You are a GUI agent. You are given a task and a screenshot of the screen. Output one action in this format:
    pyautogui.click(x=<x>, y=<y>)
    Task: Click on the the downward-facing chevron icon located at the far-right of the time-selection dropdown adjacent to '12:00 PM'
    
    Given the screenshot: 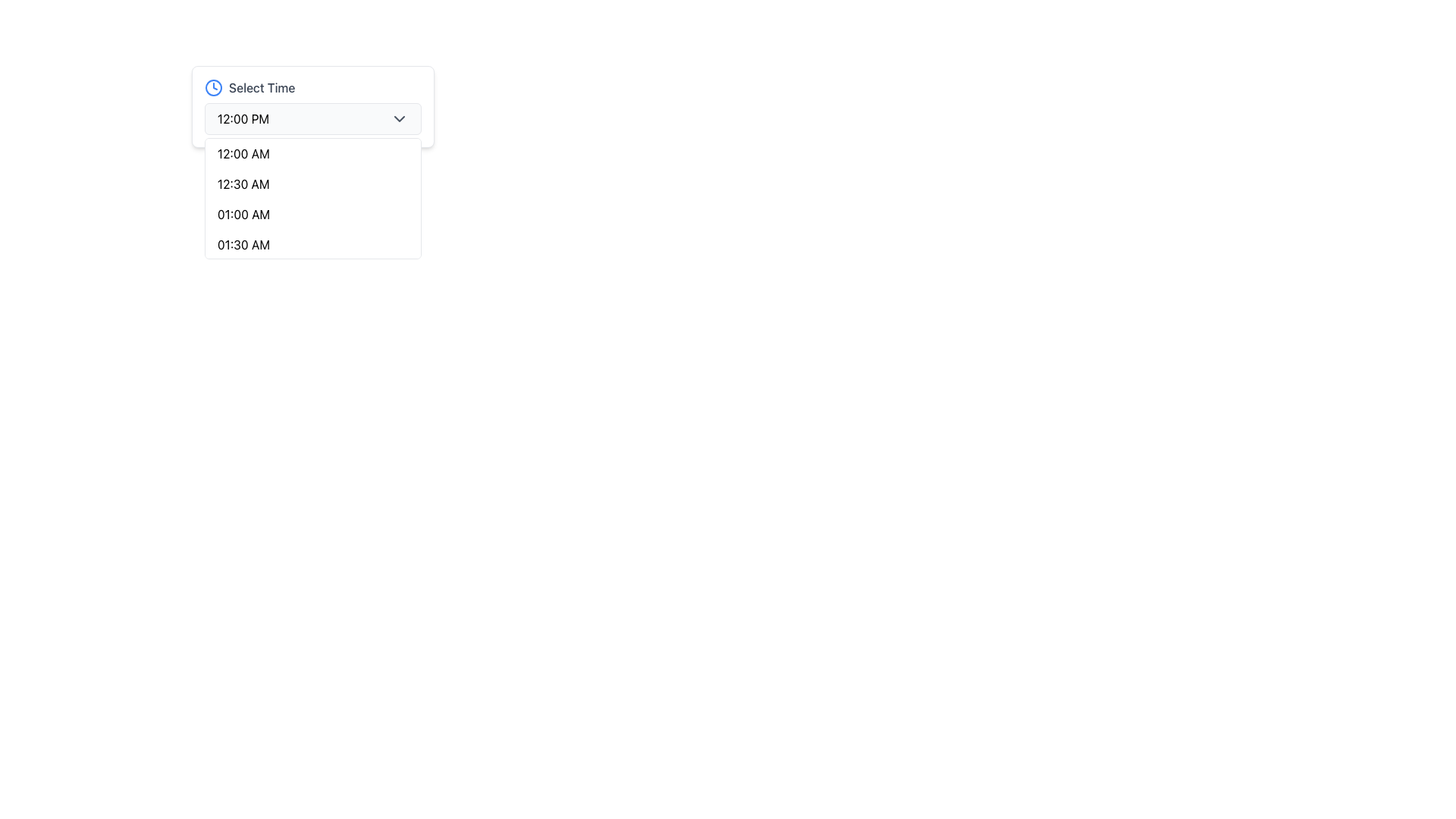 What is the action you would take?
    pyautogui.click(x=400, y=118)
    